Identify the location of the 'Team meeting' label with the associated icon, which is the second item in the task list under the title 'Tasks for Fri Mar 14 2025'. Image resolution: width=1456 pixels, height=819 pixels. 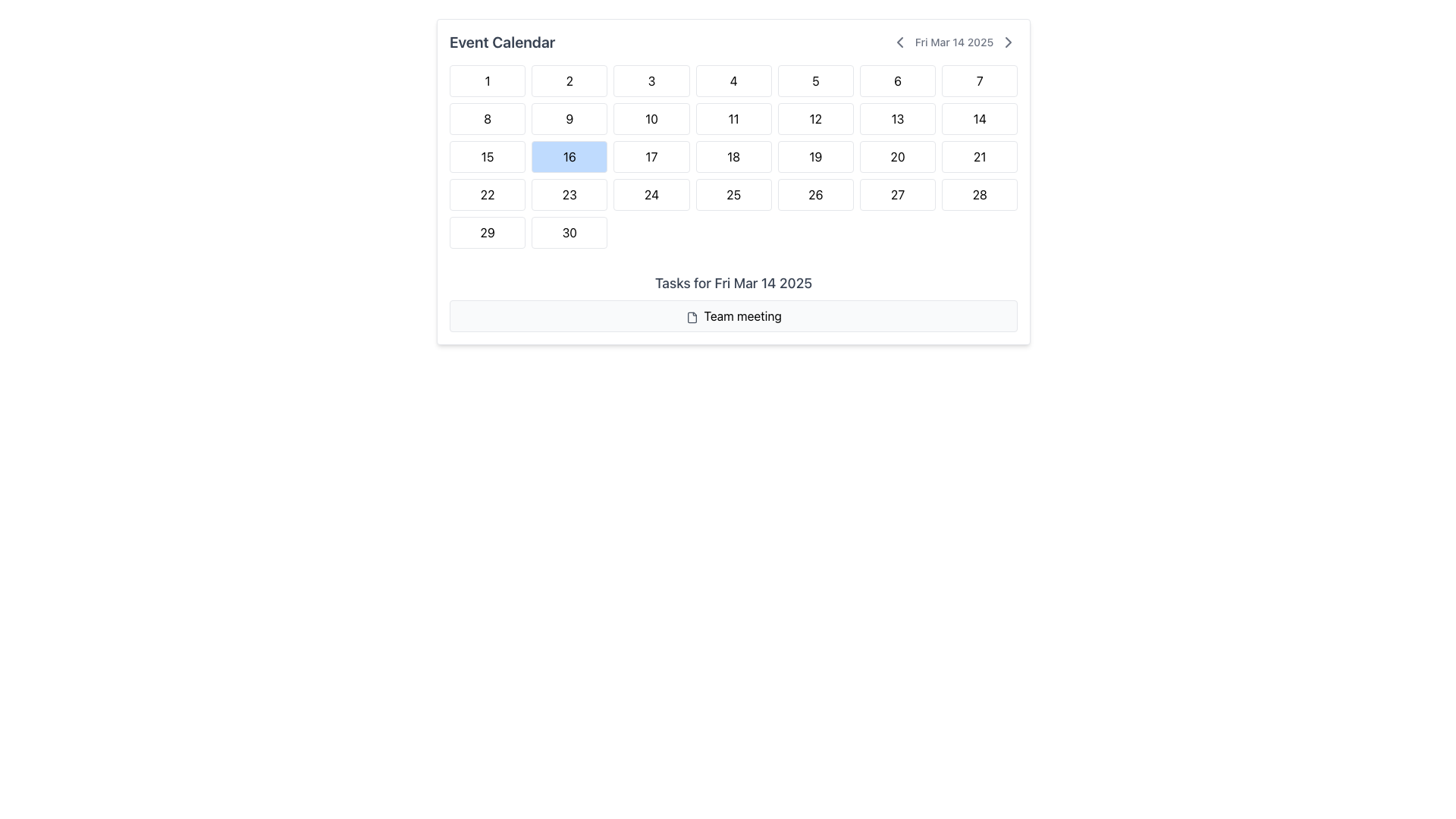
(733, 315).